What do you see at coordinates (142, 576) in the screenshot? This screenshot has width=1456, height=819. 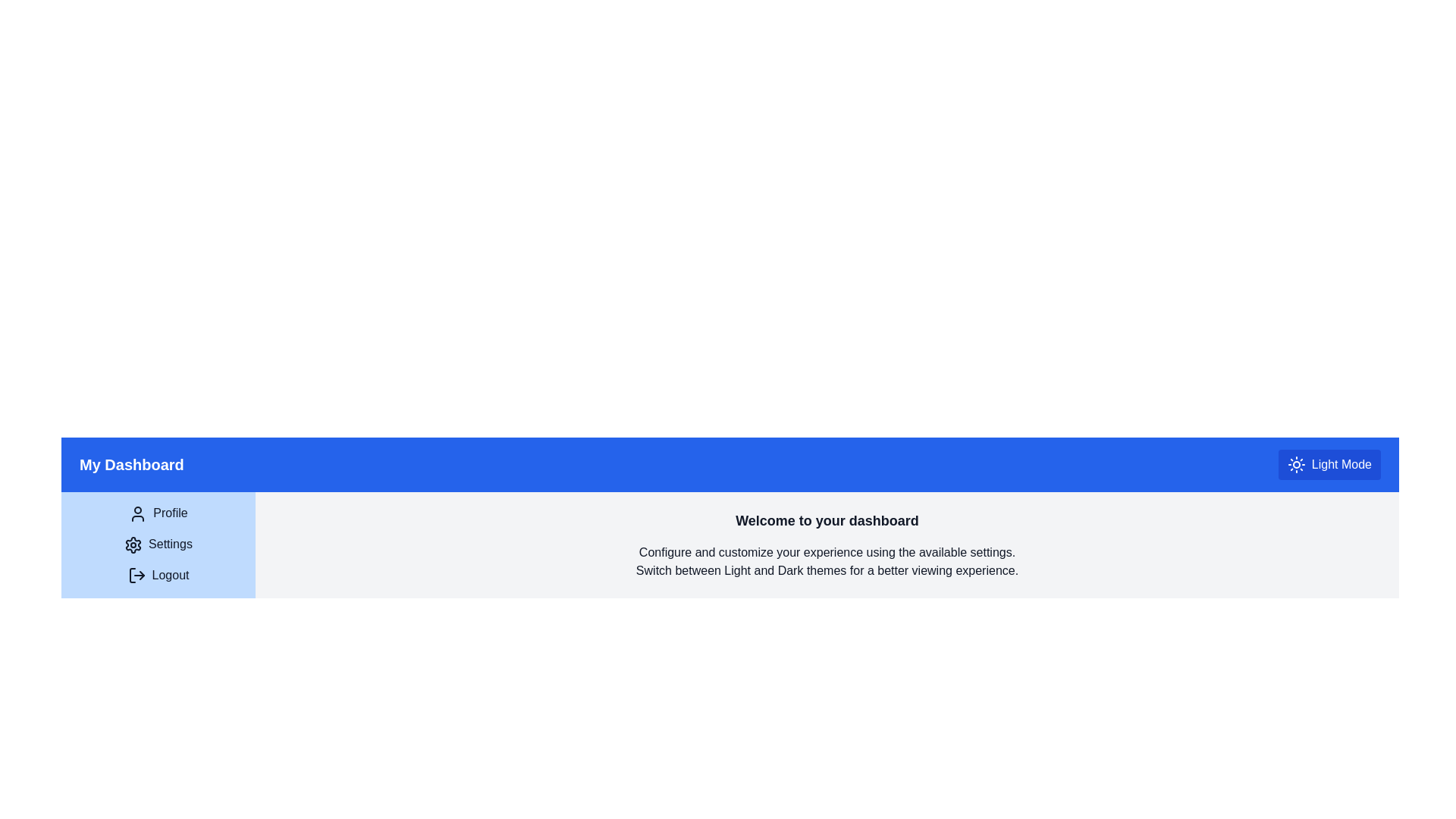 I see `the arrow-shaped graphic that is part of the logout symbol in the sidebar menu, positioned below the 'Settings' and 'Profile' options` at bounding box center [142, 576].